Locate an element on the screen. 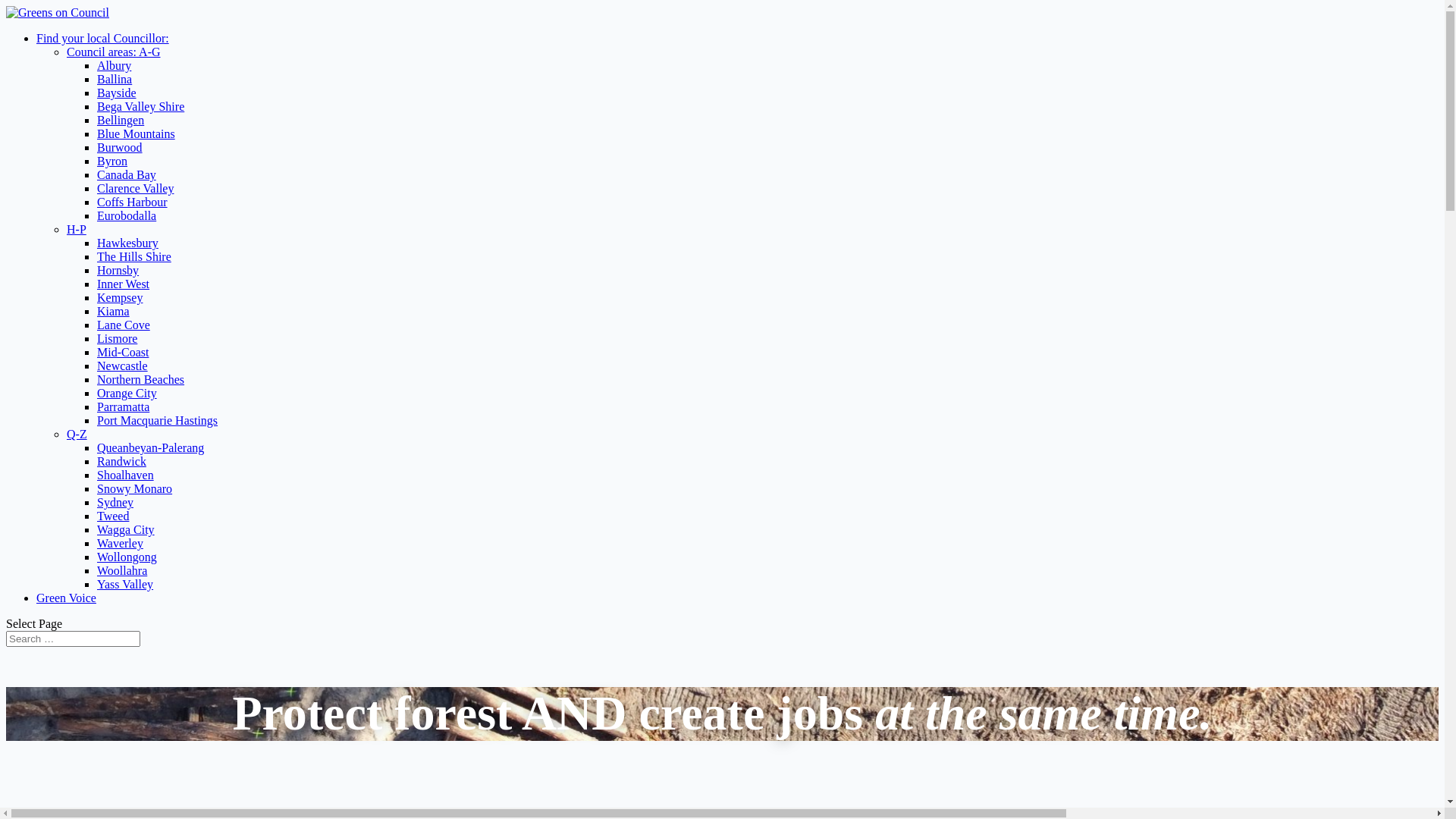 This screenshot has height=819, width=1456. 'Hornsby' is located at coordinates (117, 269).